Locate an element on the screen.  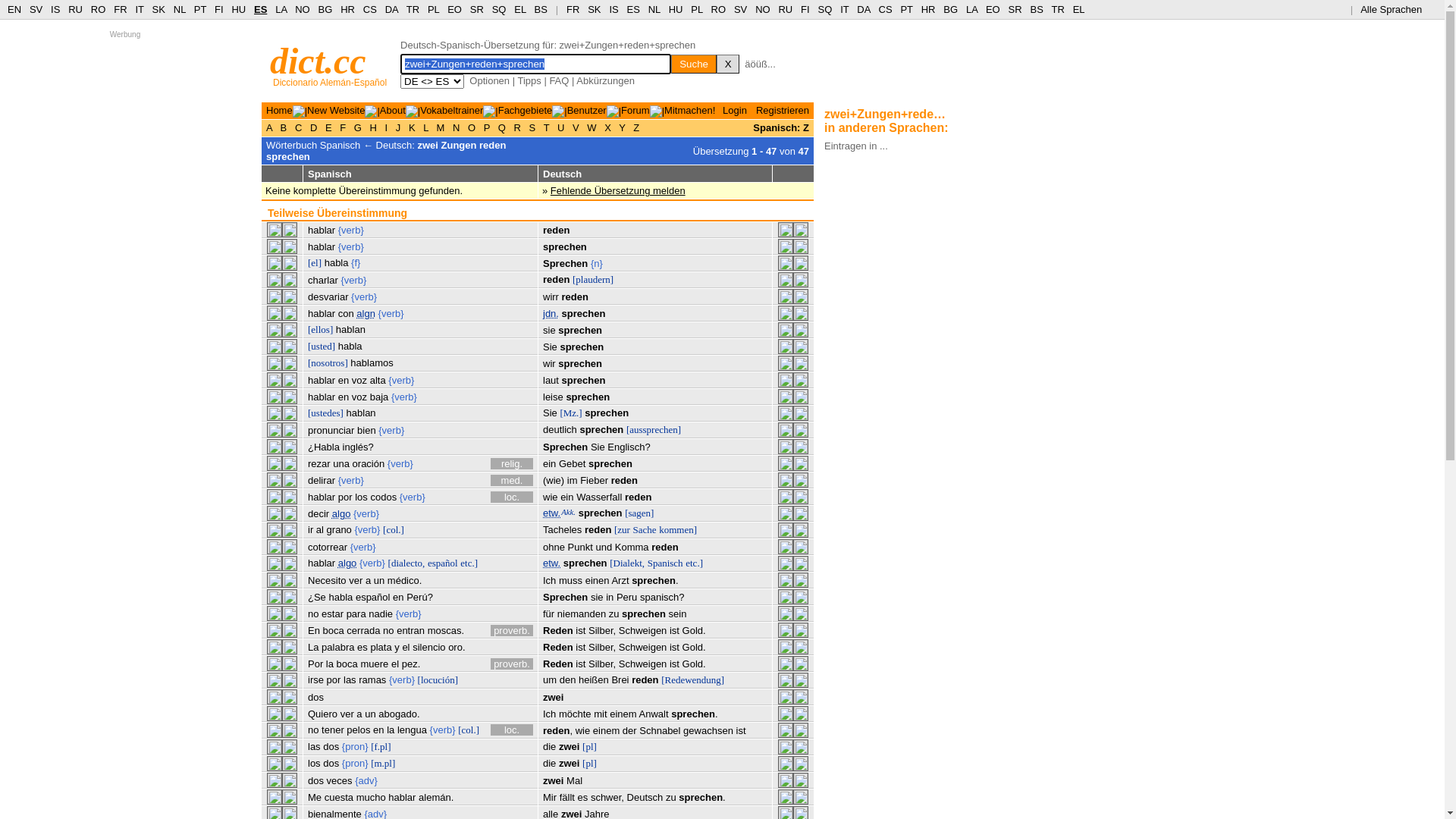
'J' is located at coordinates (397, 127).